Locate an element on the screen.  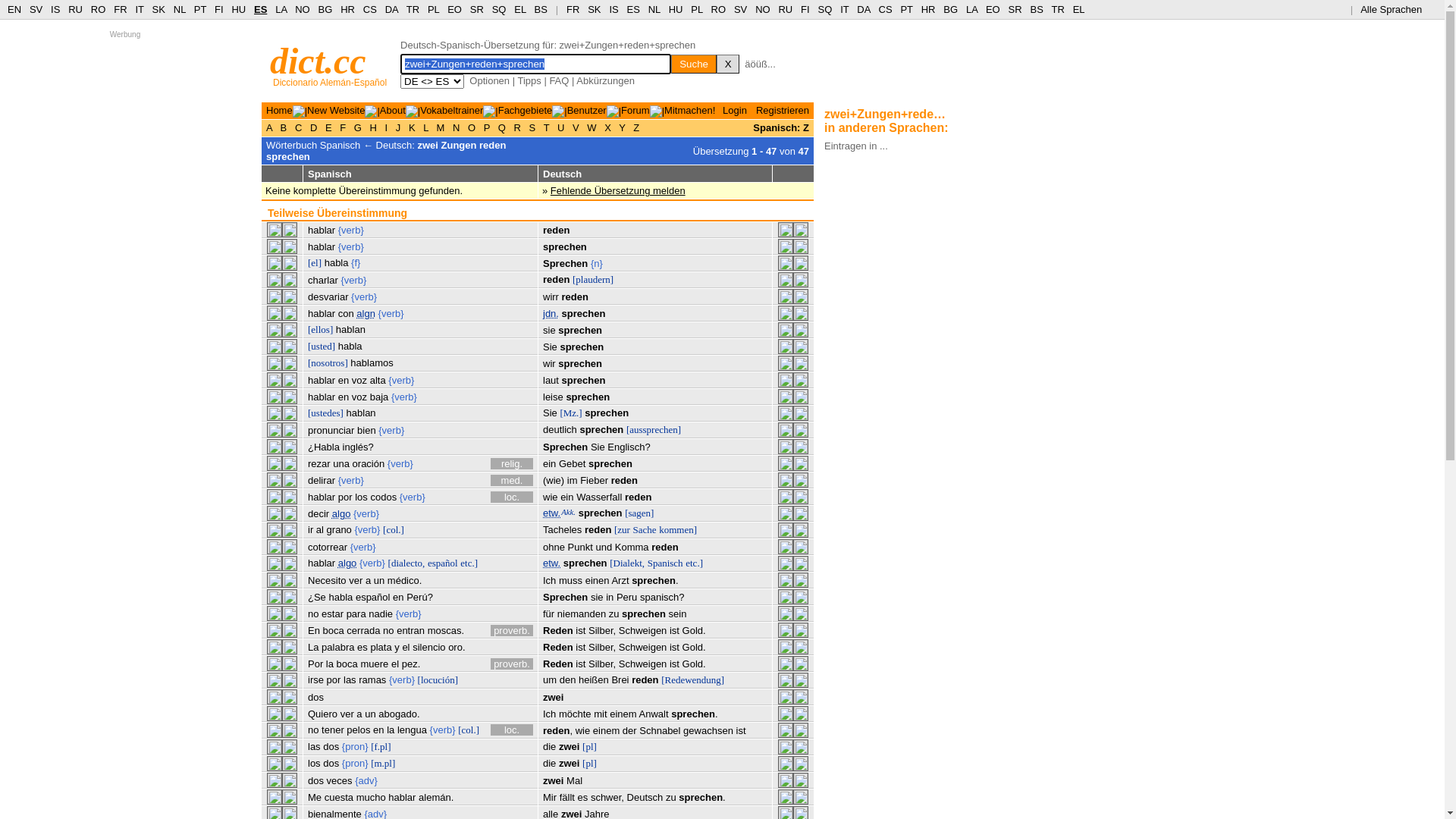
'J' is located at coordinates (397, 127).